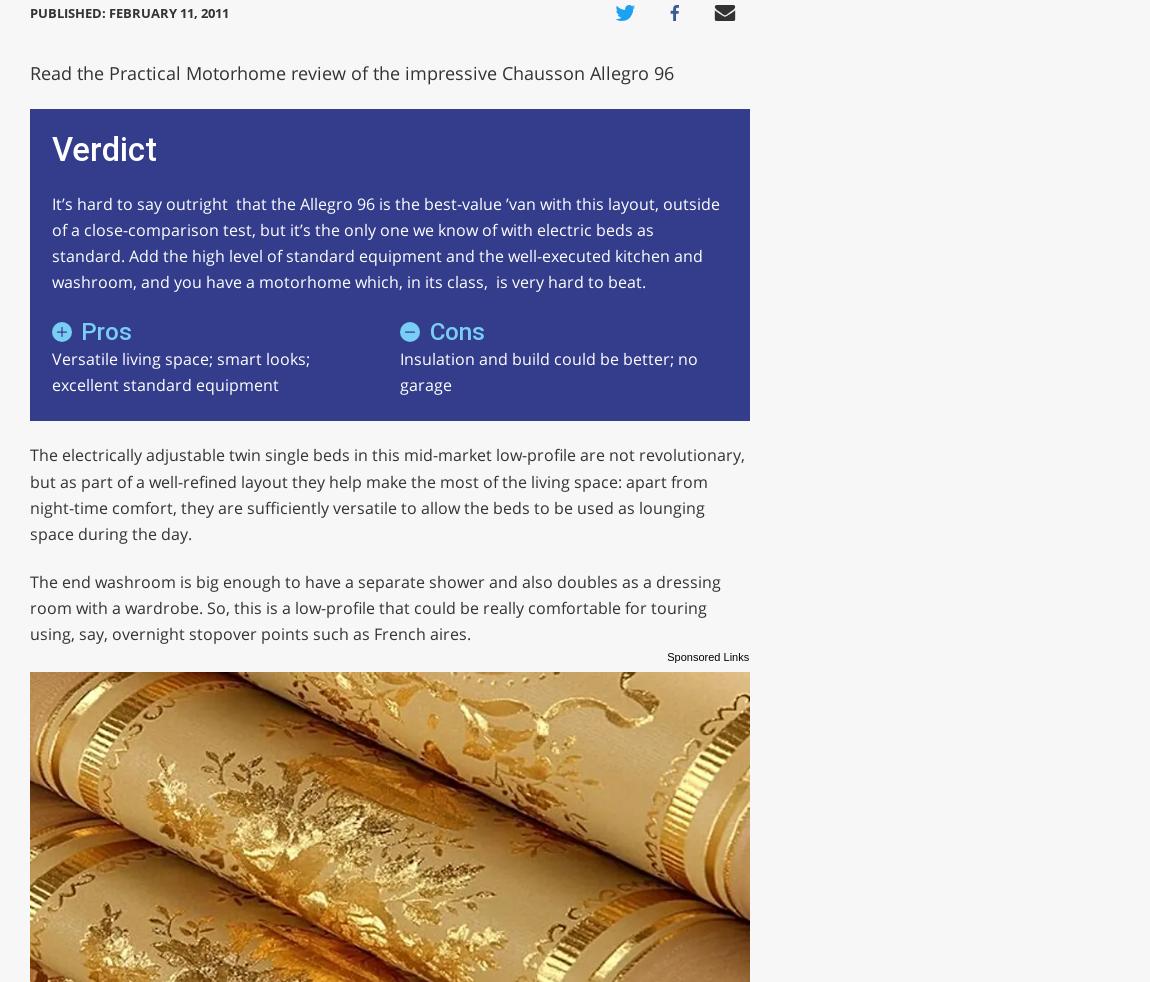 This screenshot has height=982, width=1150. I want to click on 'The electrically adjustable twin single beds in this mid-market low-profile are not revolutionary, but as part of a well-refined layout they help make the most of the living space: apart from night-time comfort, they are sufficiently versatile to allow the beds to be used as lounging space during the day.', so click(386, 493).